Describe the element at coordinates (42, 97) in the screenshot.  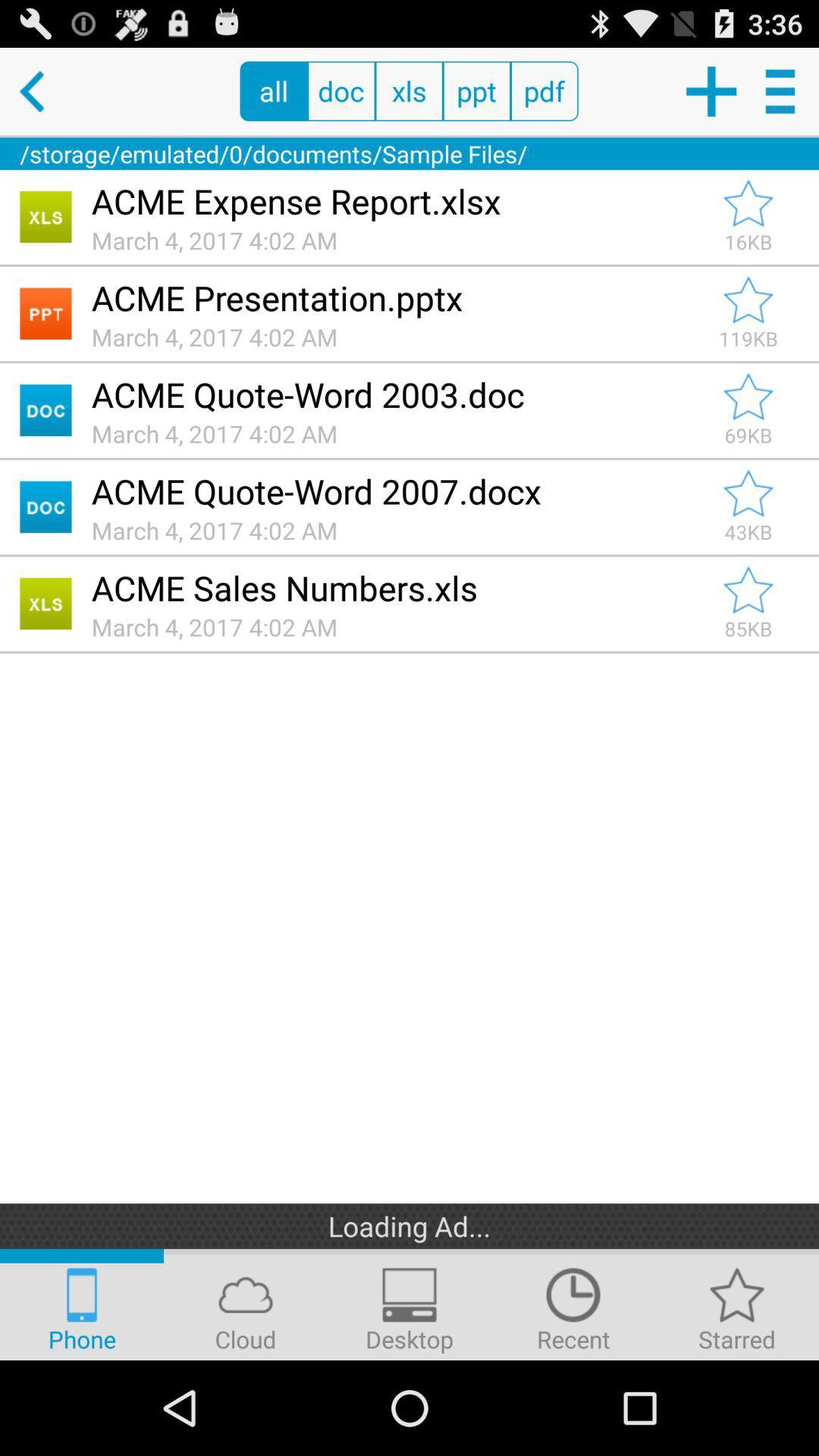
I see `the arrow_backward icon` at that location.